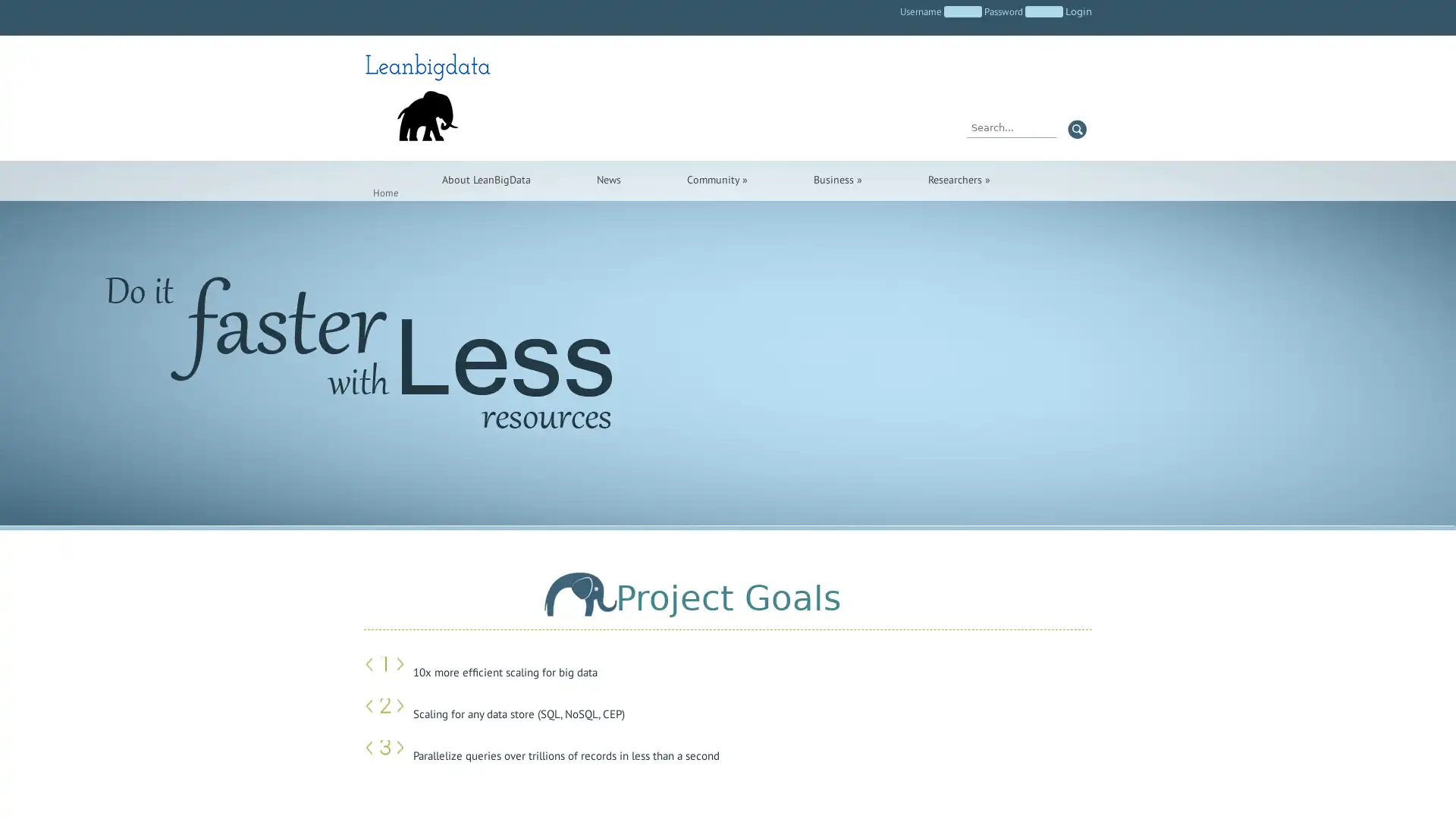 The width and height of the screenshot is (1456, 819). What do you see at coordinates (1078, 11) in the screenshot?
I see `Login` at bounding box center [1078, 11].